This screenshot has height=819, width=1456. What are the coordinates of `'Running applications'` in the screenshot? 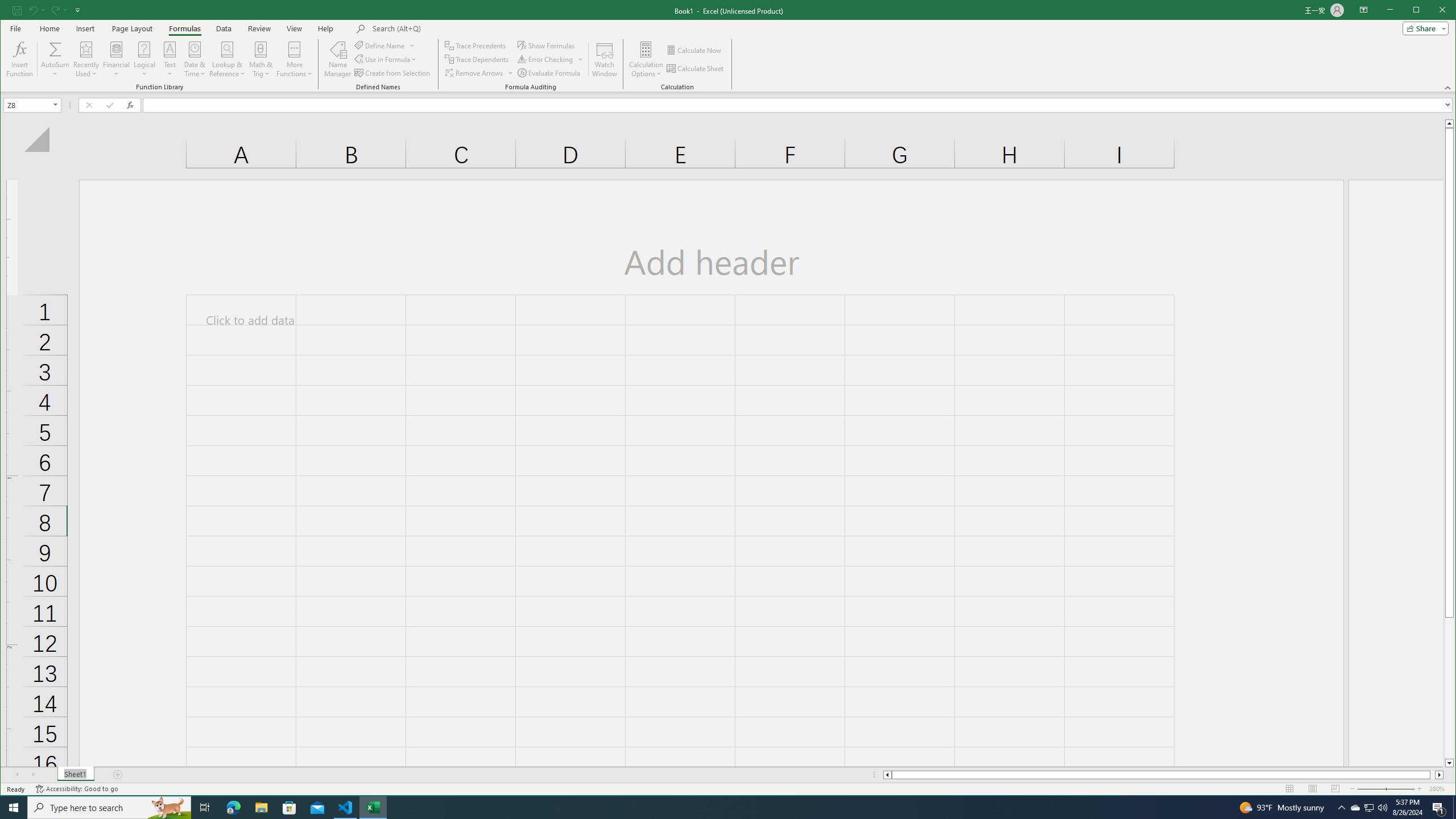 It's located at (717, 806).